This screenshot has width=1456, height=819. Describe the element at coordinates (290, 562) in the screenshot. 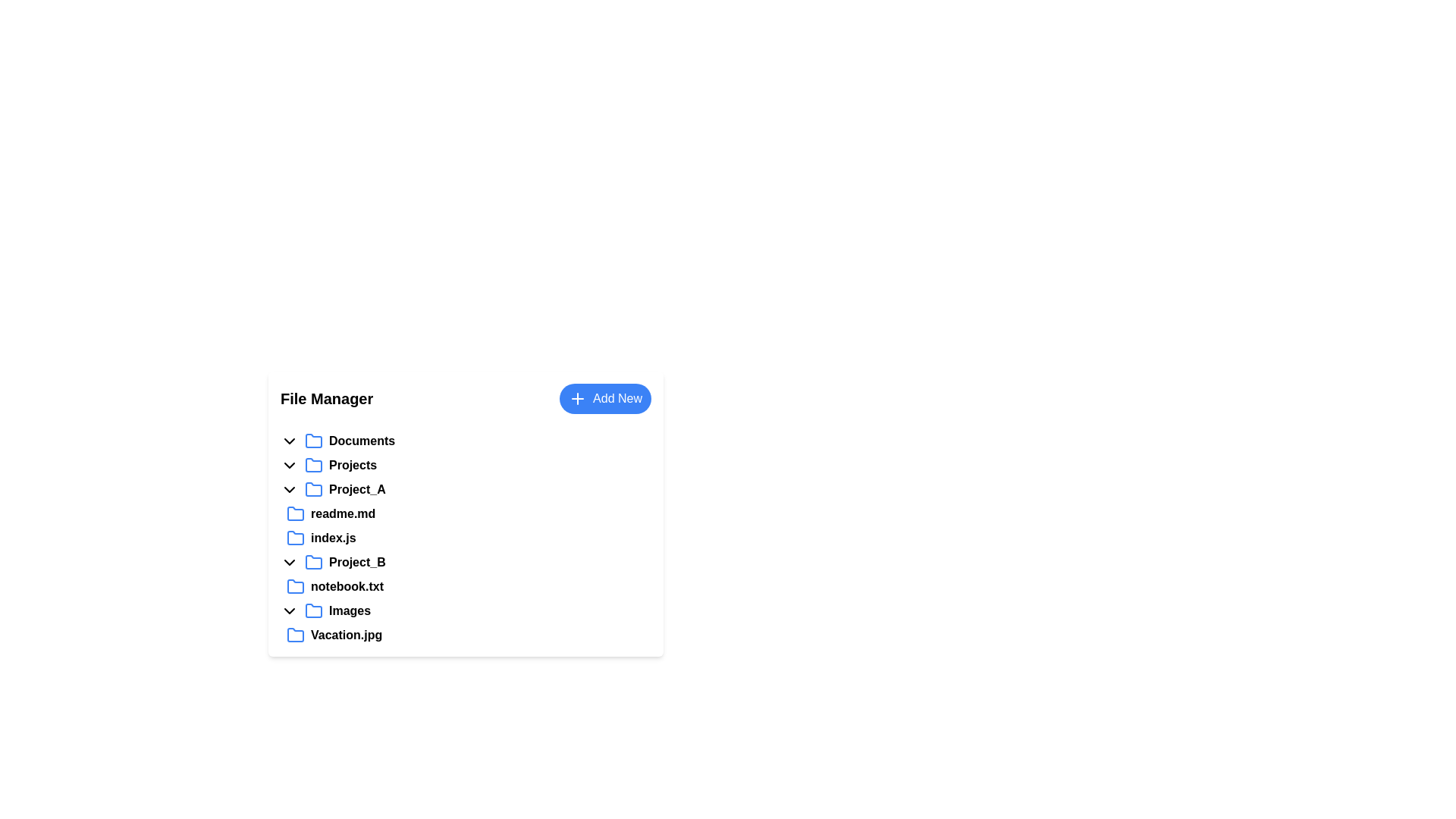

I see `the dropdown indicator icon` at that location.